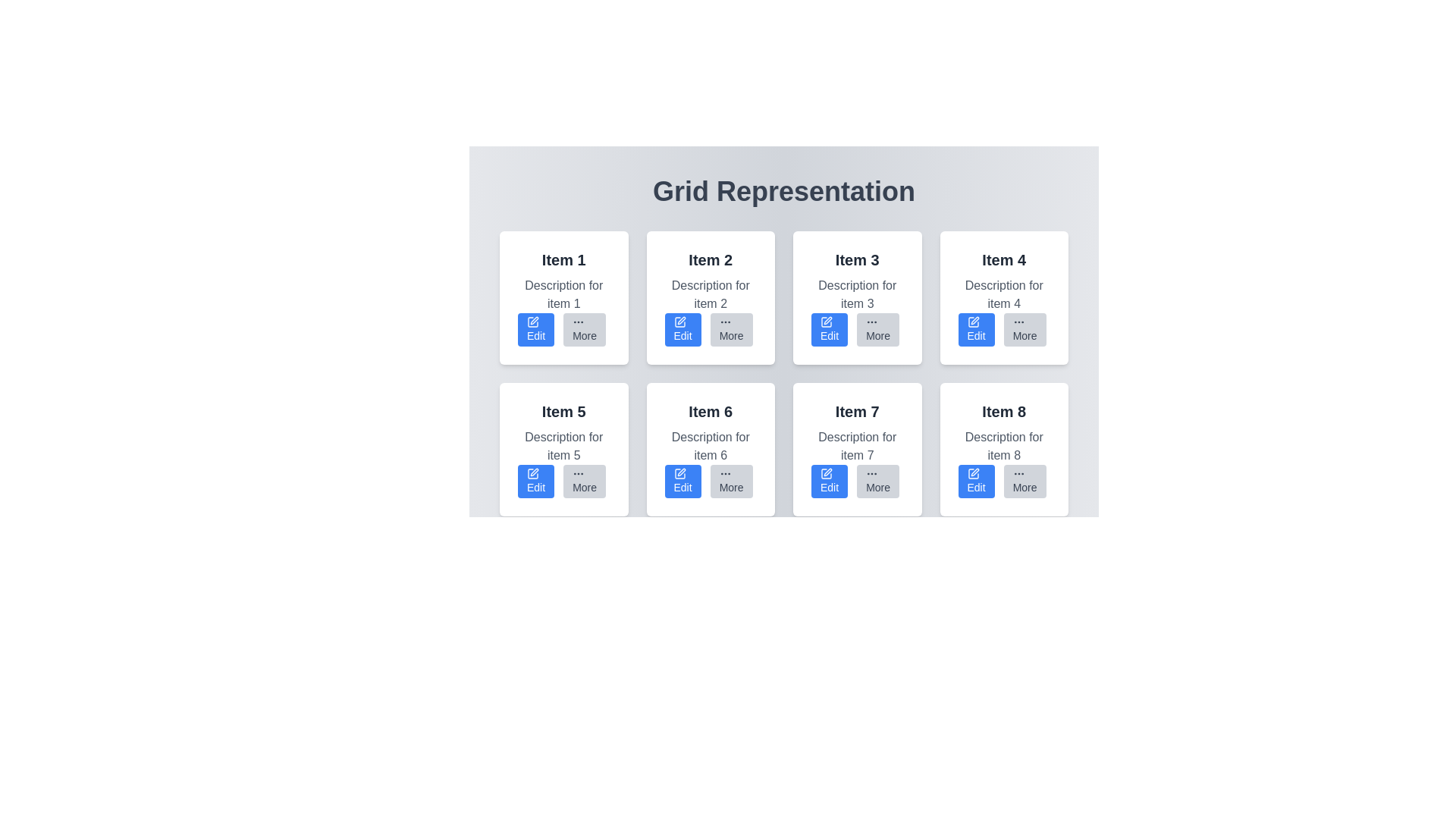 The image size is (1456, 819). Describe the element at coordinates (783, 191) in the screenshot. I see `the title text element that says 'Grid Representation', which is styled in large, bold gray font and located at the top of the grid layout` at that location.